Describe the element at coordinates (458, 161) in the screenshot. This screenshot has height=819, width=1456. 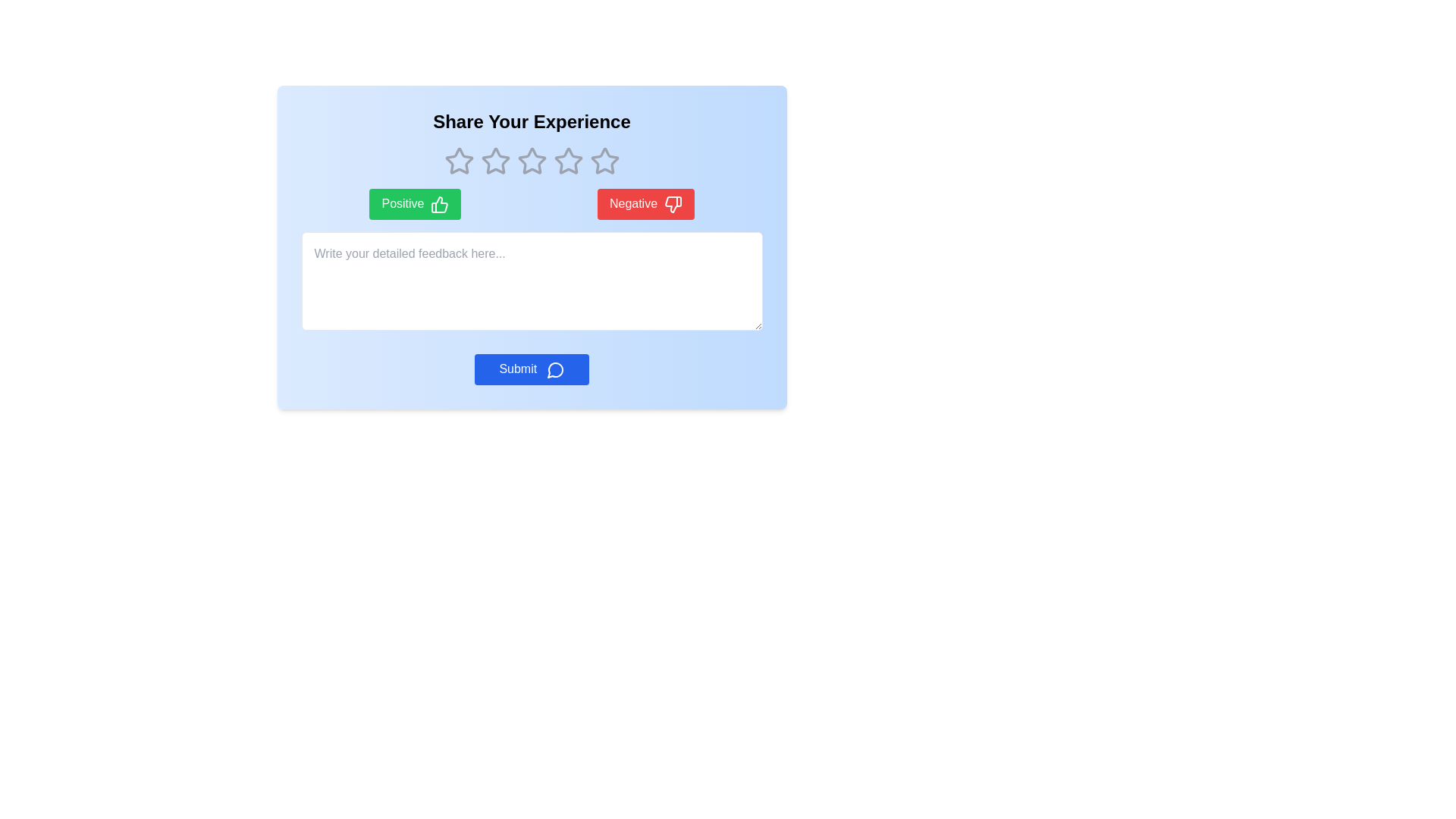
I see `the first Rating Star Icon, which is a hollow star with a gray outline located below the text 'Share Your Experience'` at that location.